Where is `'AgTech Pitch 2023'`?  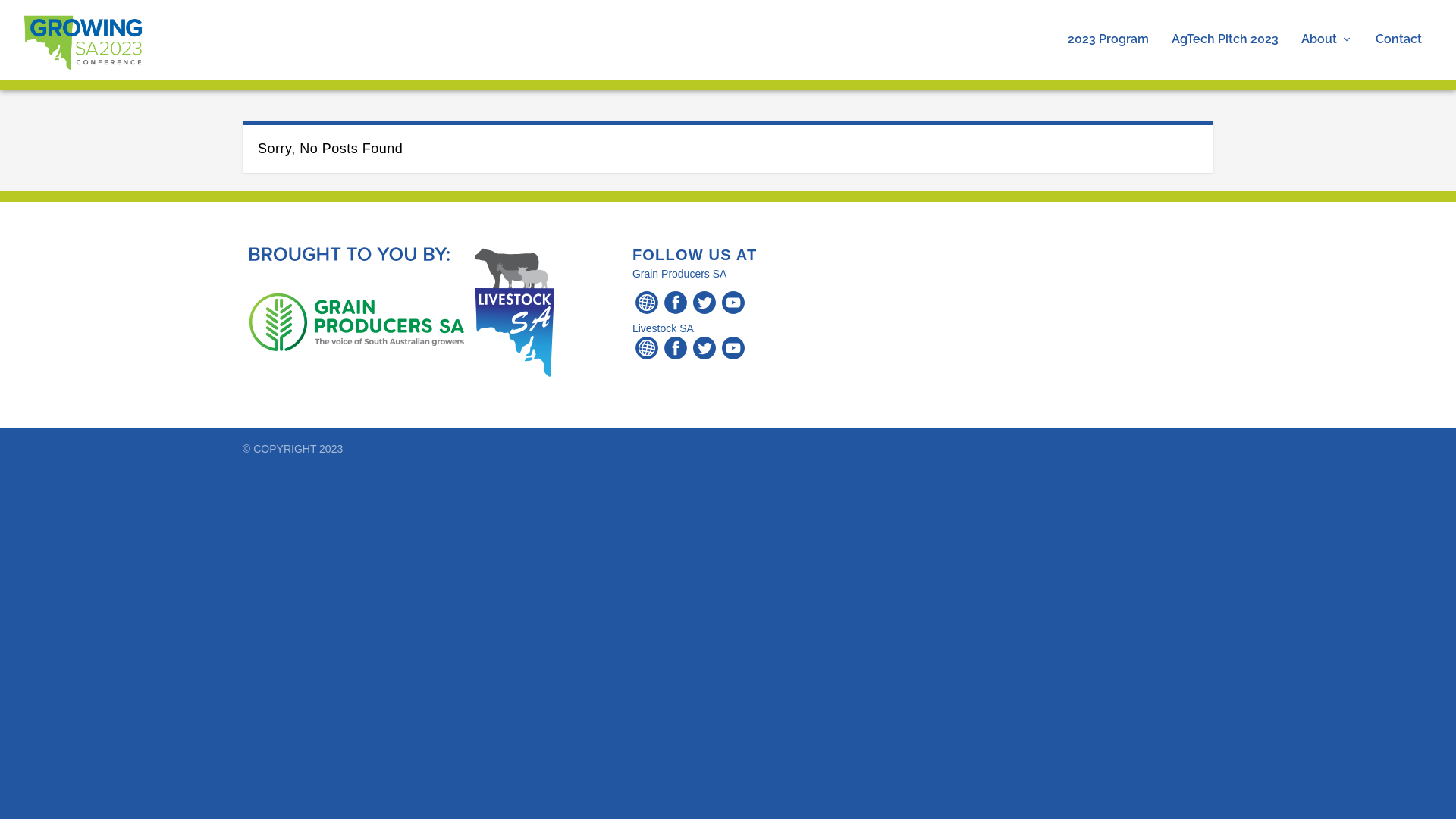
'AgTech Pitch 2023' is located at coordinates (1225, 55).